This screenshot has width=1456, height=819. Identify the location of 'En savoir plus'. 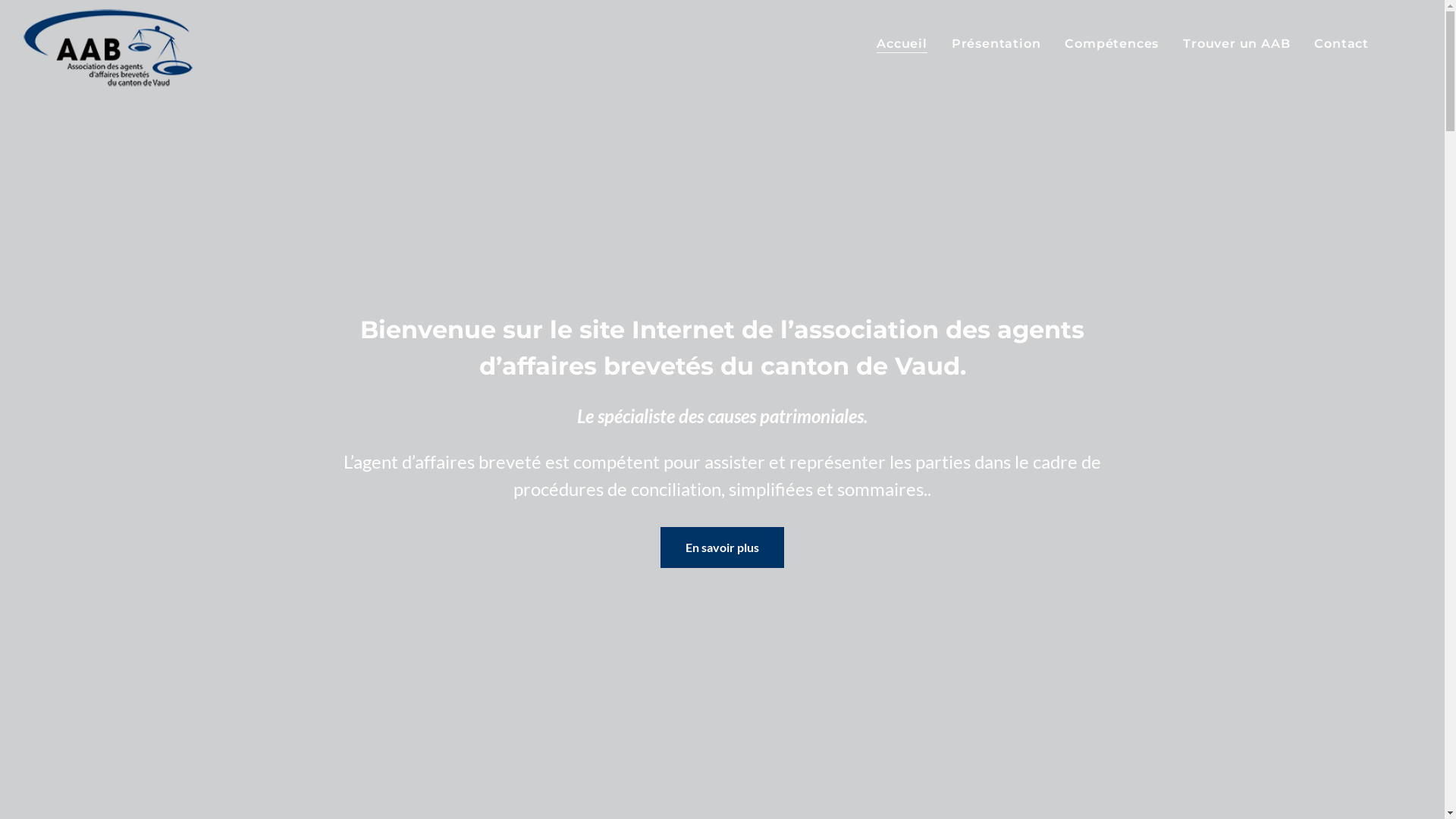
(721, 547).